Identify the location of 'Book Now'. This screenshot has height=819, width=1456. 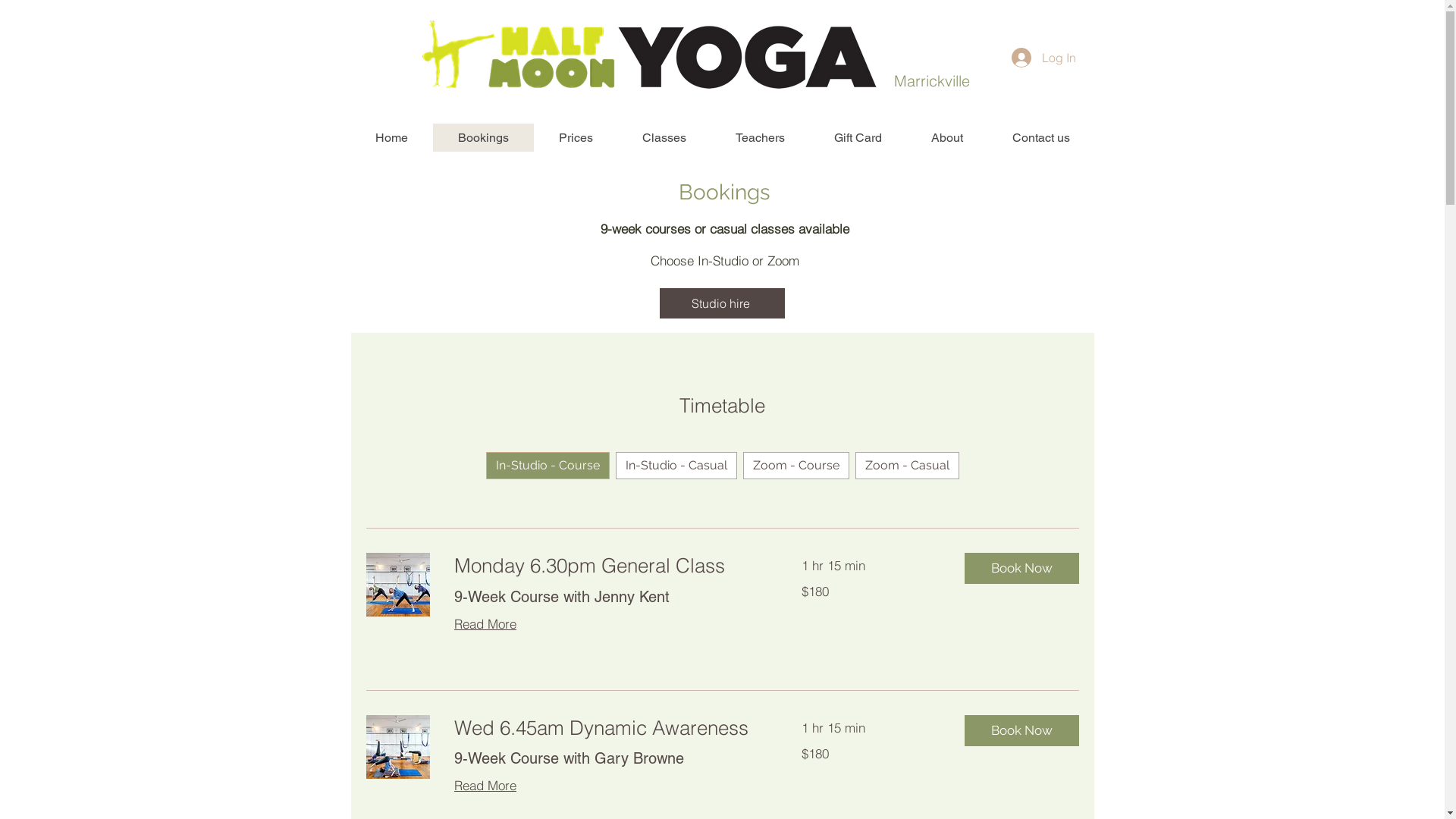
(1021, 730).